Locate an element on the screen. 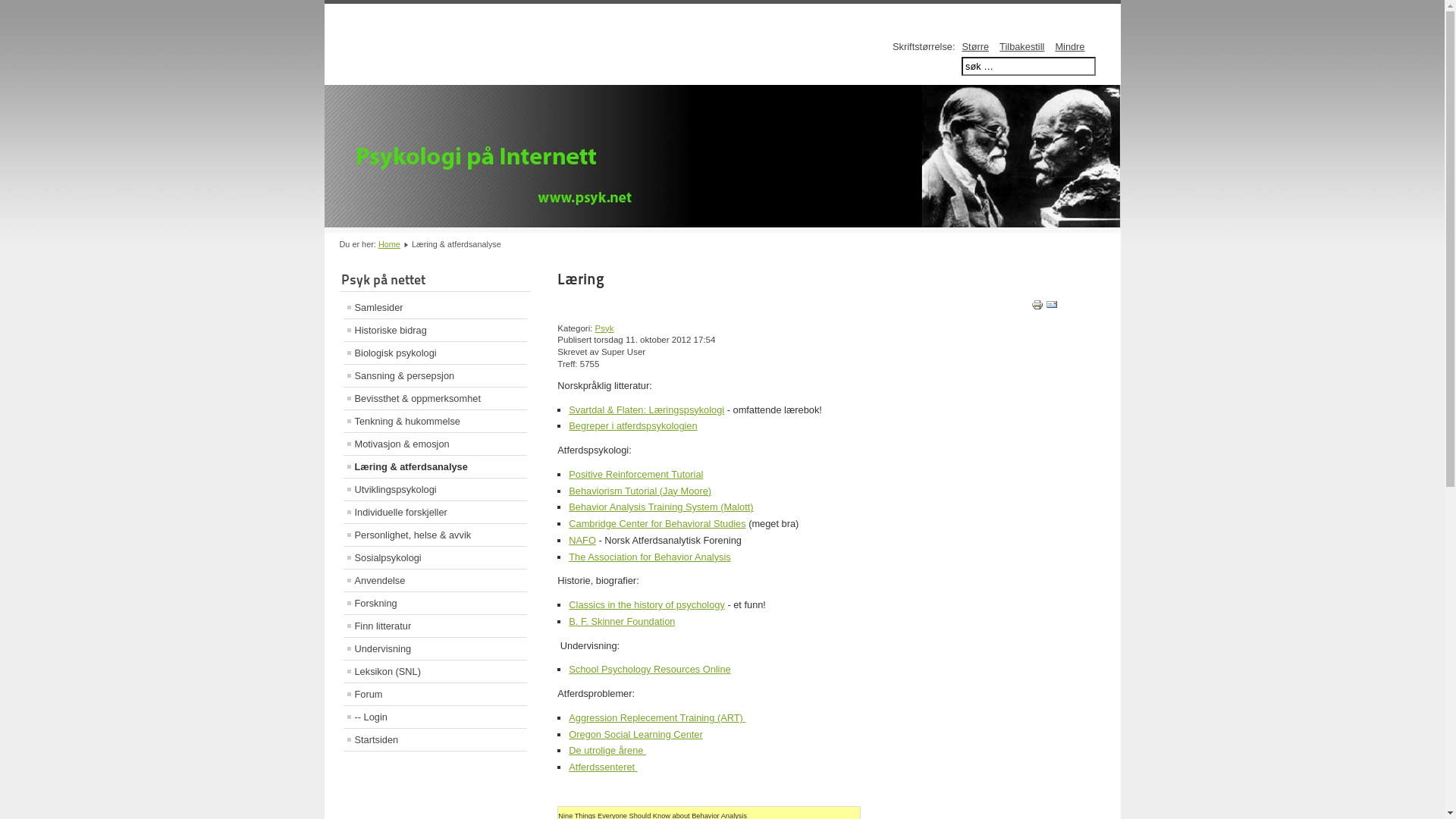 This screenshot has height=819, width=1456. 'Begreper i atferdspsykologien' is located at coordinates (632, 425).